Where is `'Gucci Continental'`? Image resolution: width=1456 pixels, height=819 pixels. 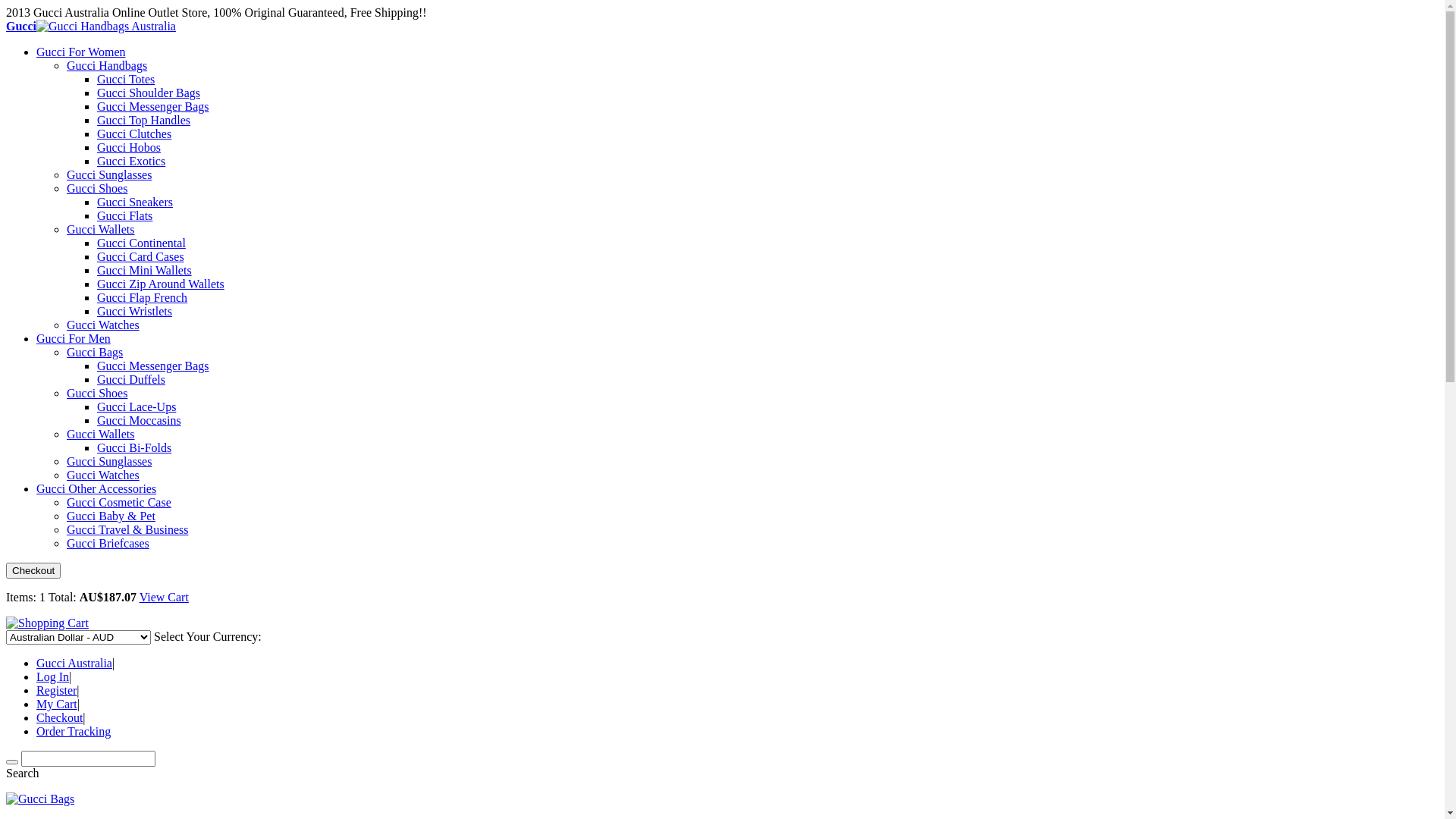
'Gucci Continental' is located at coordinates (141, 242).